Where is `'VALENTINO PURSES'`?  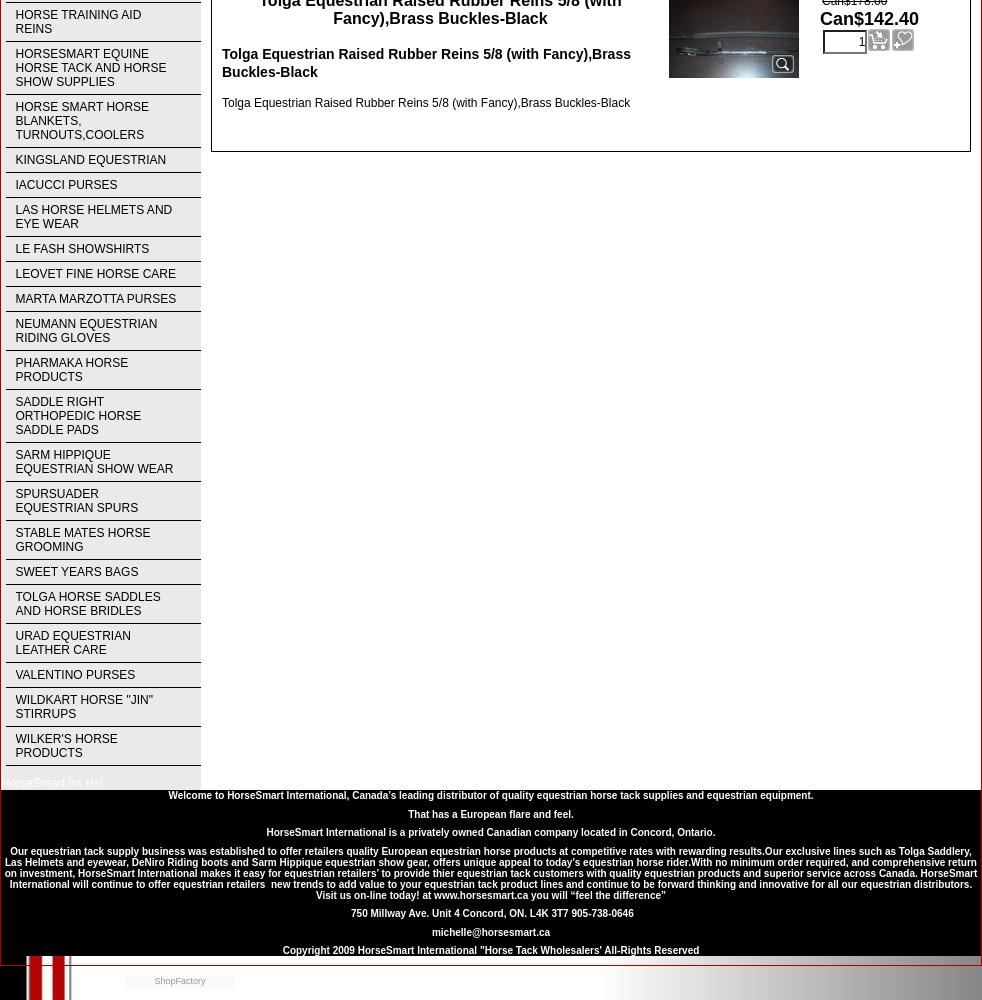 'VALENTINO PURSES' is located at coordinates (14, 675).